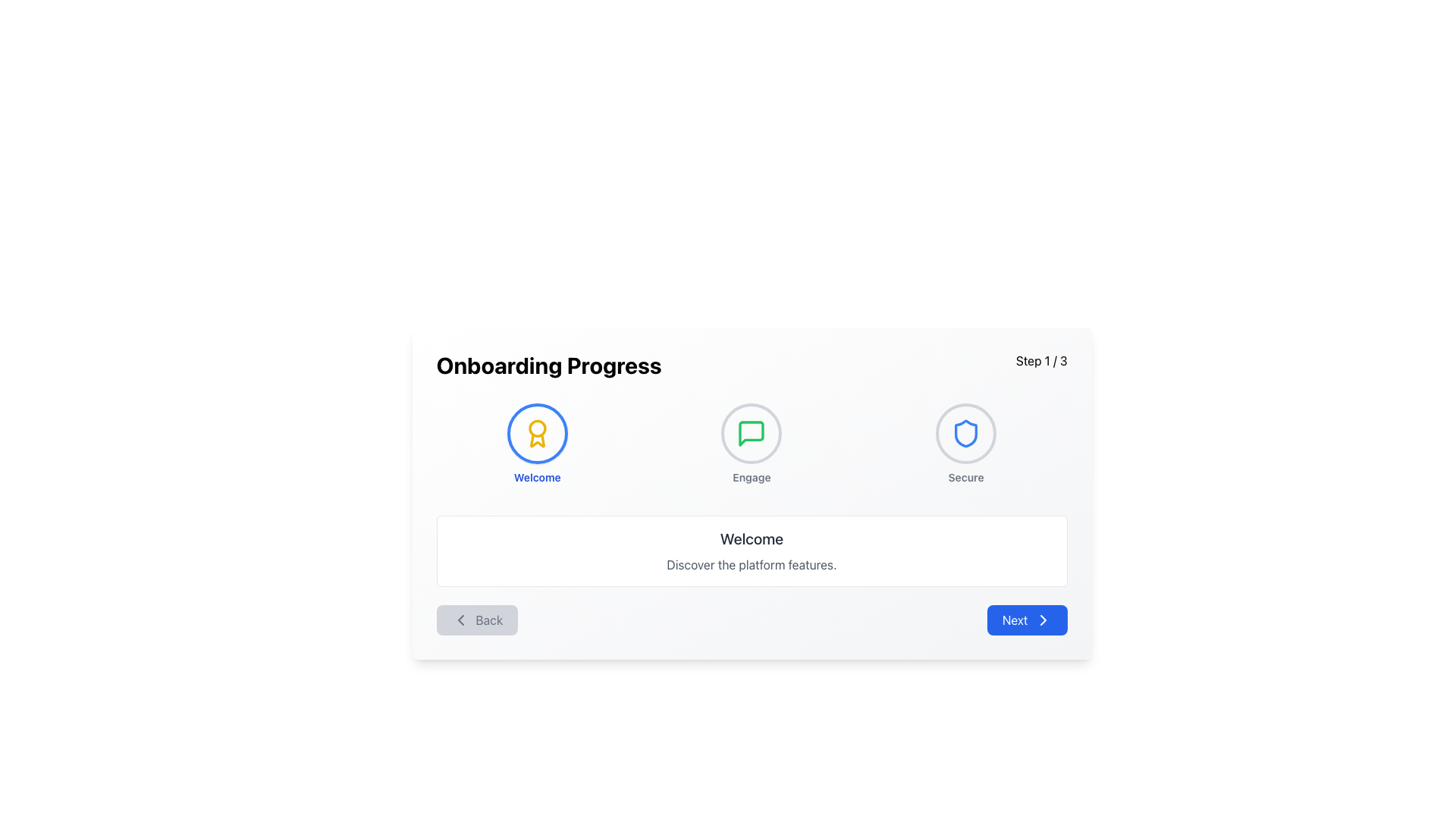 Image resolution: width=1456 pixels, height=819 pixels. I want to click on the 'Secure' icon in the onboarding progress indicator, so click(965, 433).